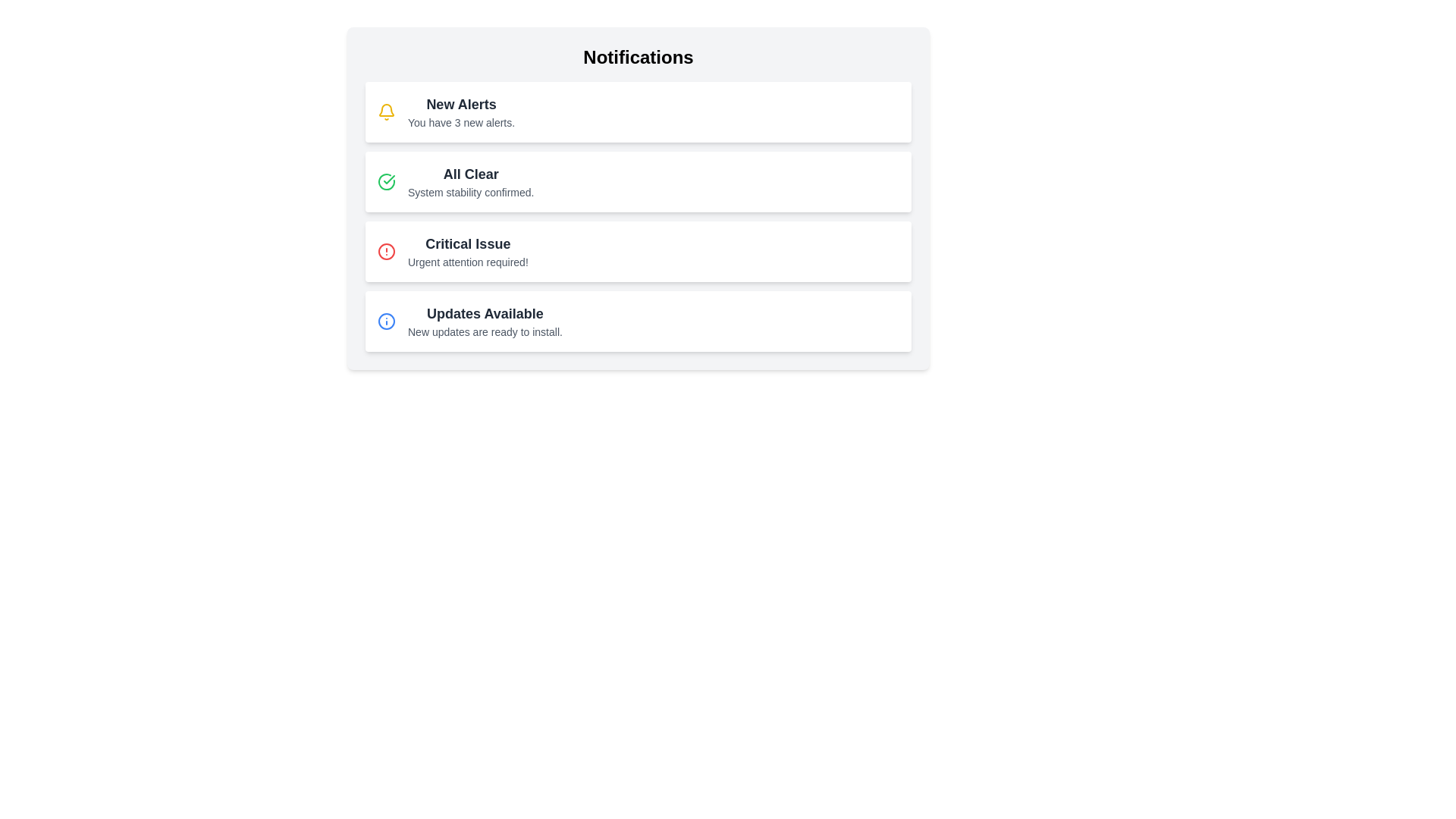  Describe the element at coordinates (467, 243) in the screenshot. I see `text label displaying the notification title, which is the first text component in the third notification item of the Notifications list` at that location.